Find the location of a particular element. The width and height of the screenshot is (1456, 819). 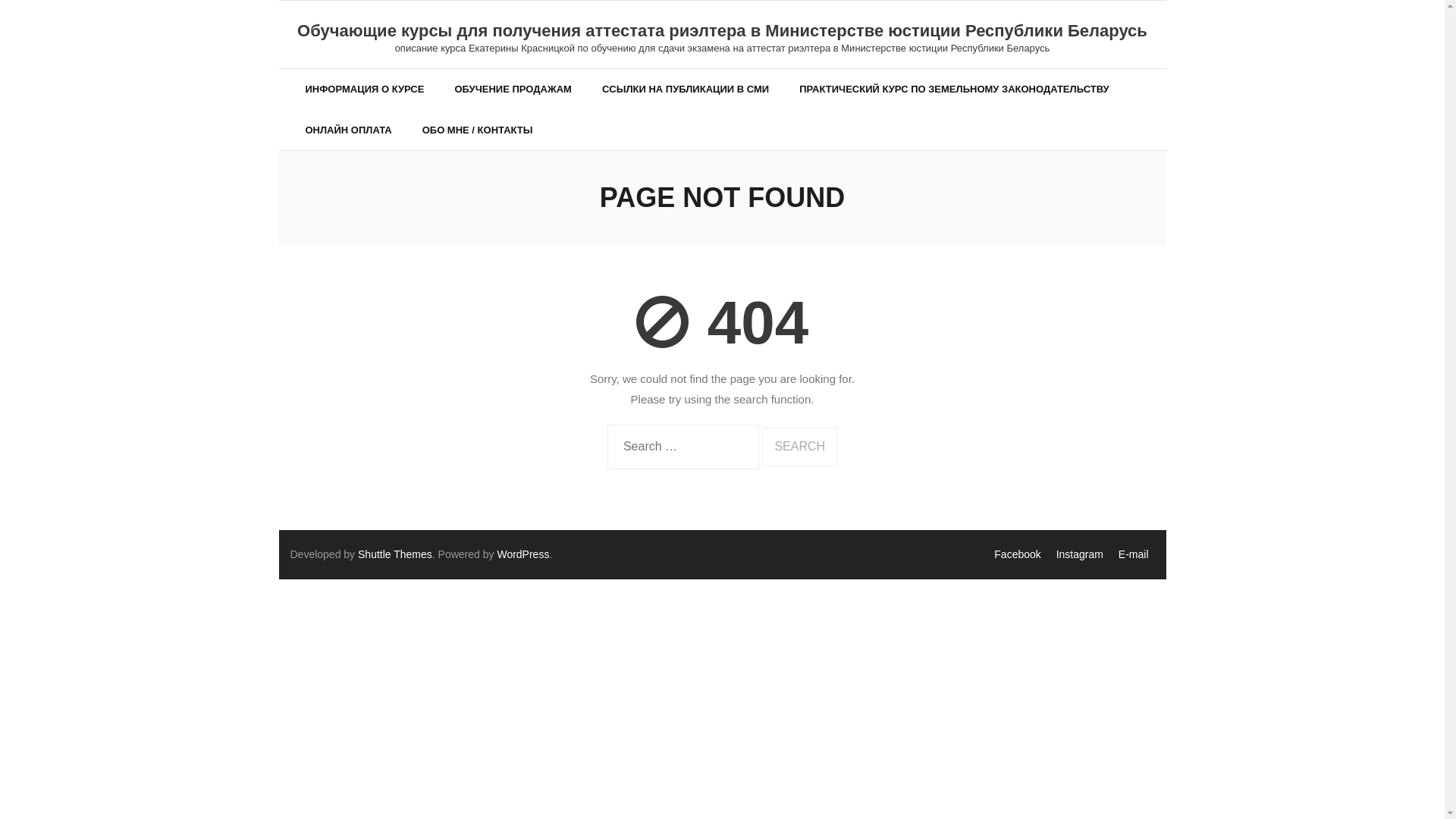

'Facebook' is located at coordinates (1017, 554).